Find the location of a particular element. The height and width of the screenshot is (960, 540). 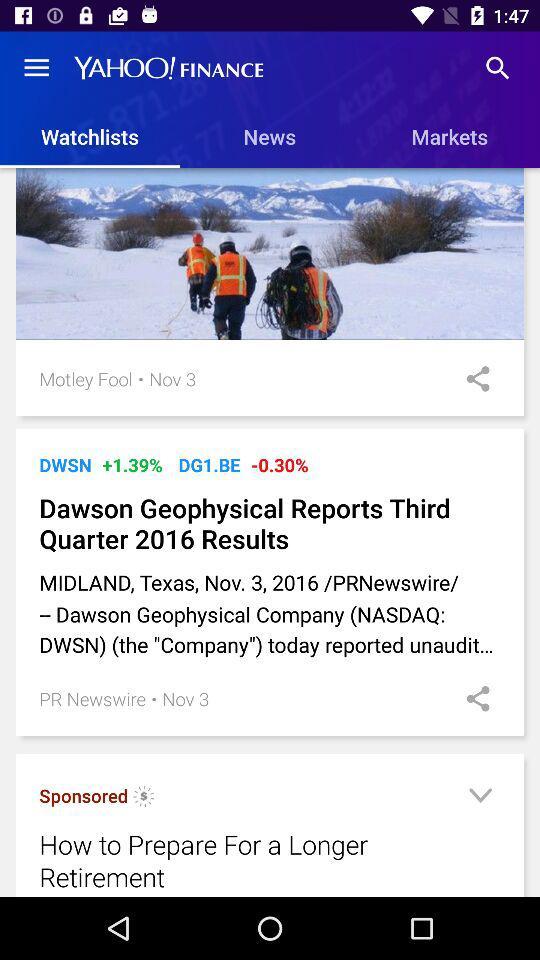

item above watchlists item is located at coordinates (36, 68).